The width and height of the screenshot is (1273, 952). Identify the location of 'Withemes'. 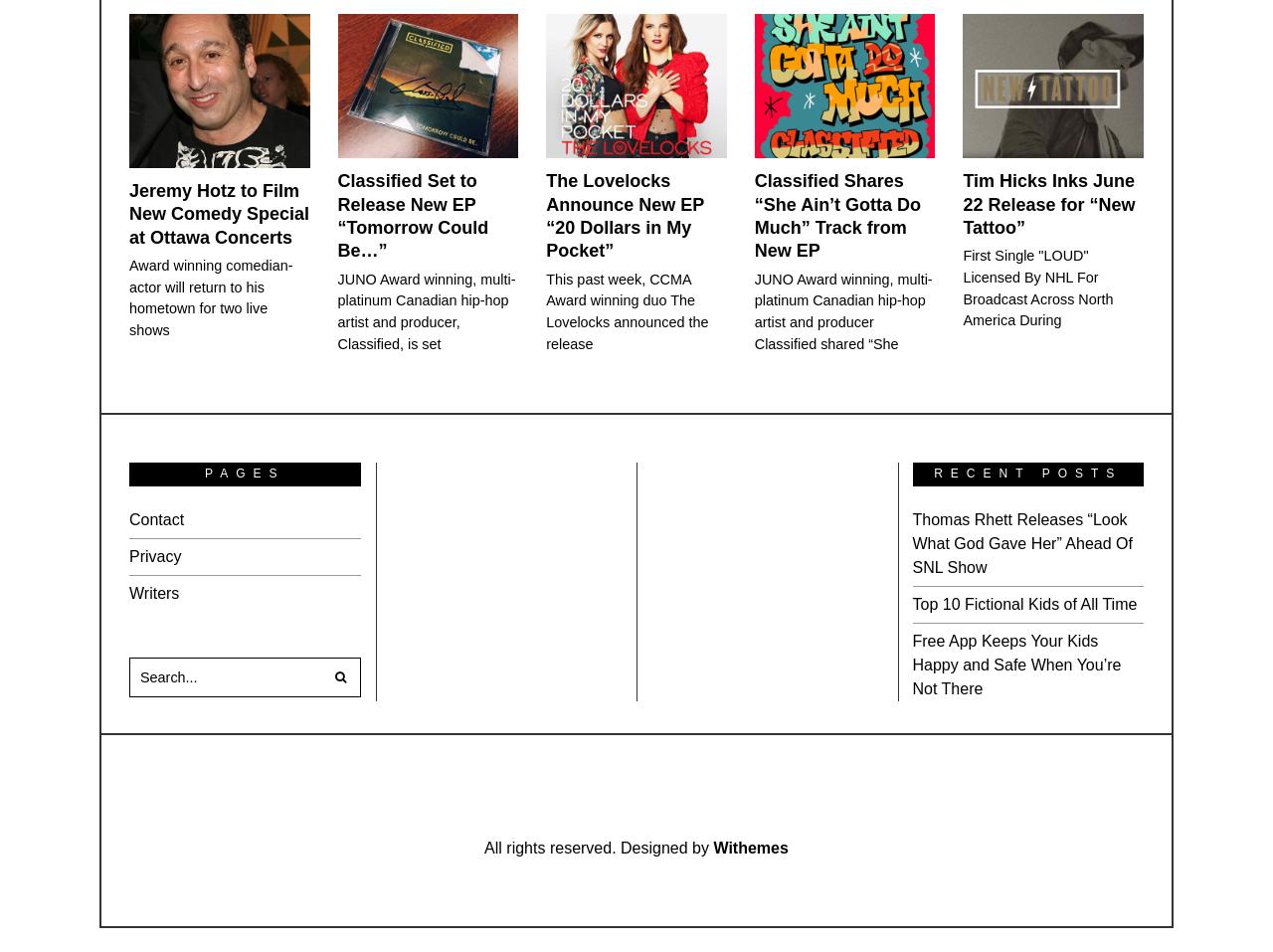
(749, 846).